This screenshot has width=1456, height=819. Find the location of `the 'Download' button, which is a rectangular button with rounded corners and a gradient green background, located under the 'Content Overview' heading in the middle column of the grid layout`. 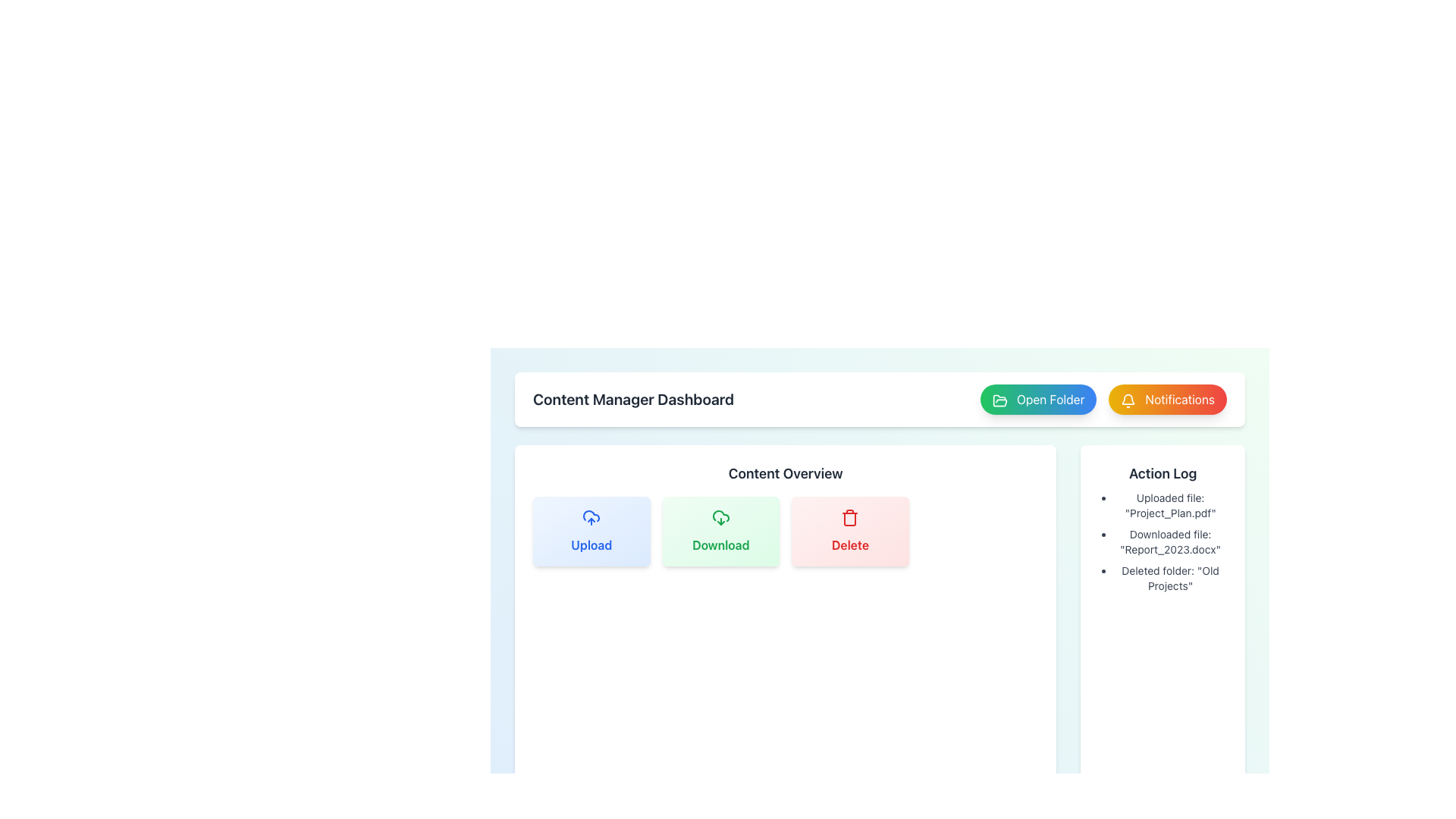

the 'Download' button, which is a rectangular button with rounded corners and a gradient green background, located under the 'Content Overview' heading in the middle column of the grid layout is located at coordinates (720, 531).